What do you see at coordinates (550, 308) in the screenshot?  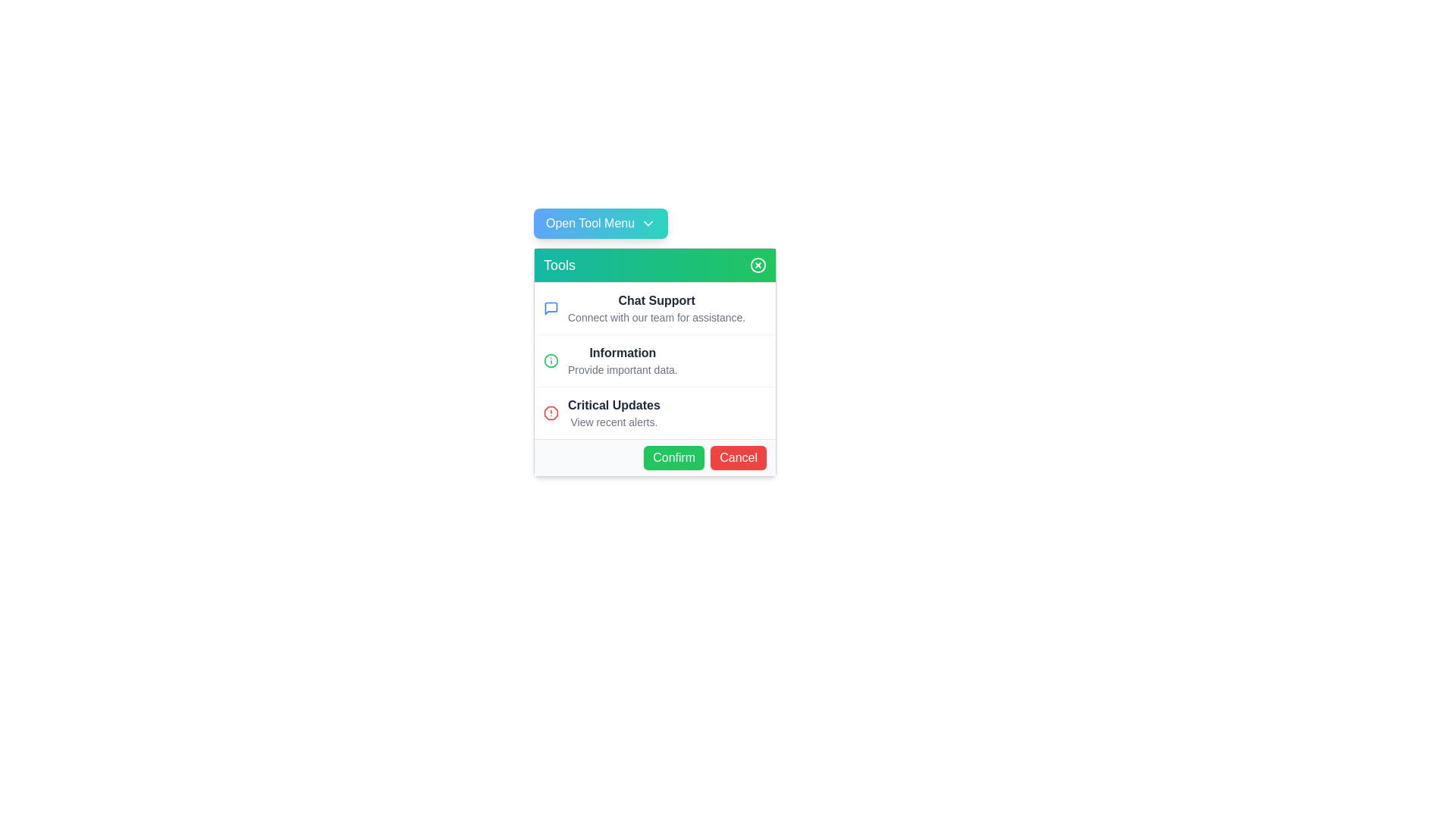 I see `the decorative SVG icon associated with the 'Chat Support' option located on the left-hand side of the item in the vertical list` at bounding box center [550, 308].